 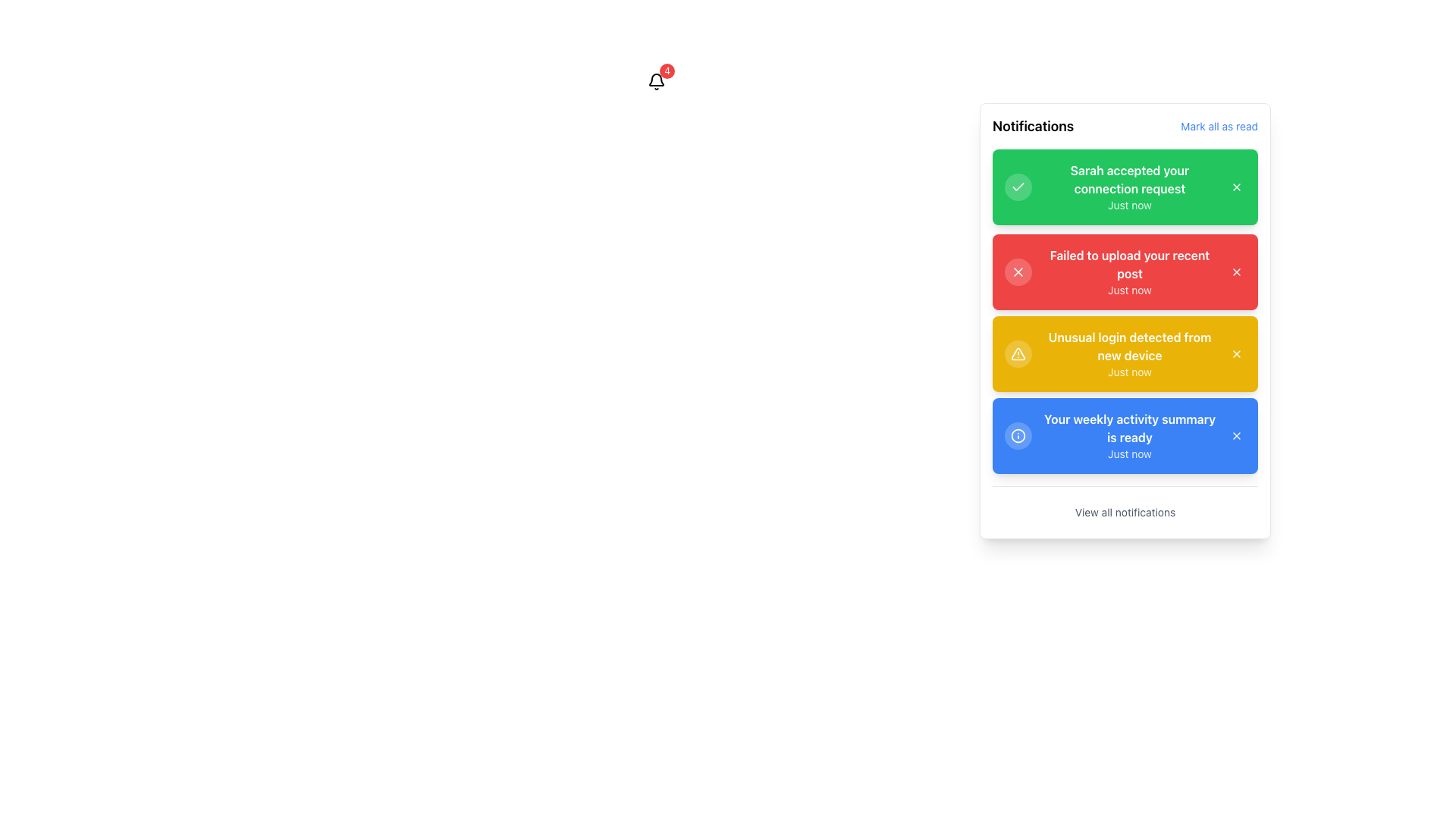 I want to click on the circular button with an 'X' icon located at the top-right corner of the blue notification card, so click(x=1237, y=435).